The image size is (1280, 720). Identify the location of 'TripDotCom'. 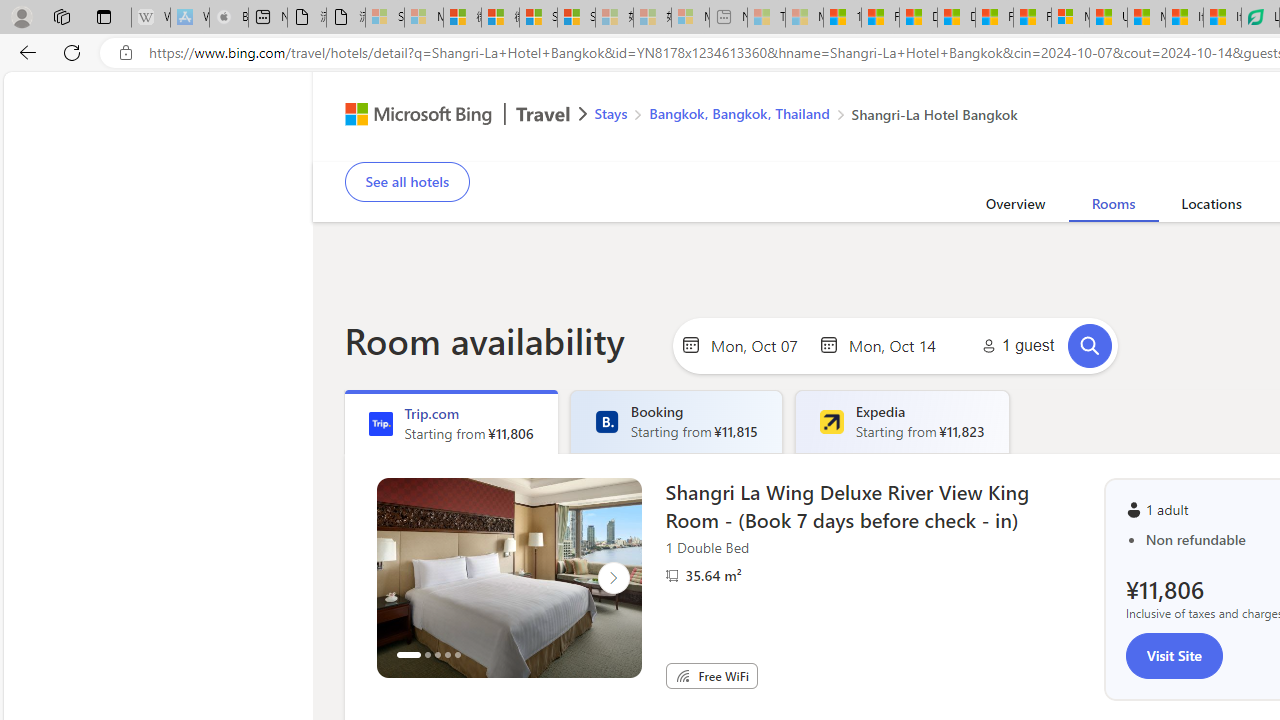
(380, 423).